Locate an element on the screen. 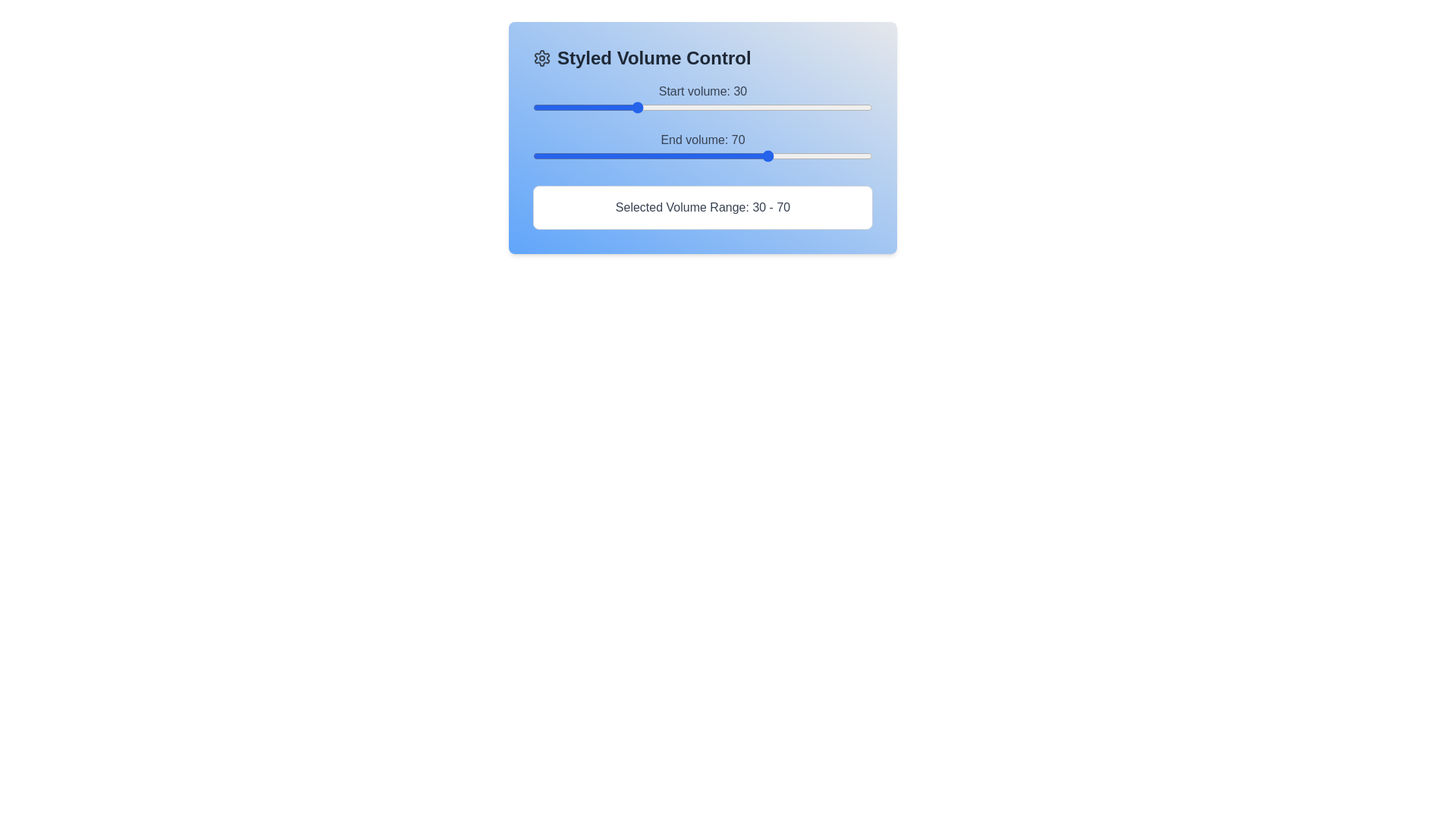  the end volume slider to 20 is located at coordinates (600, 155).